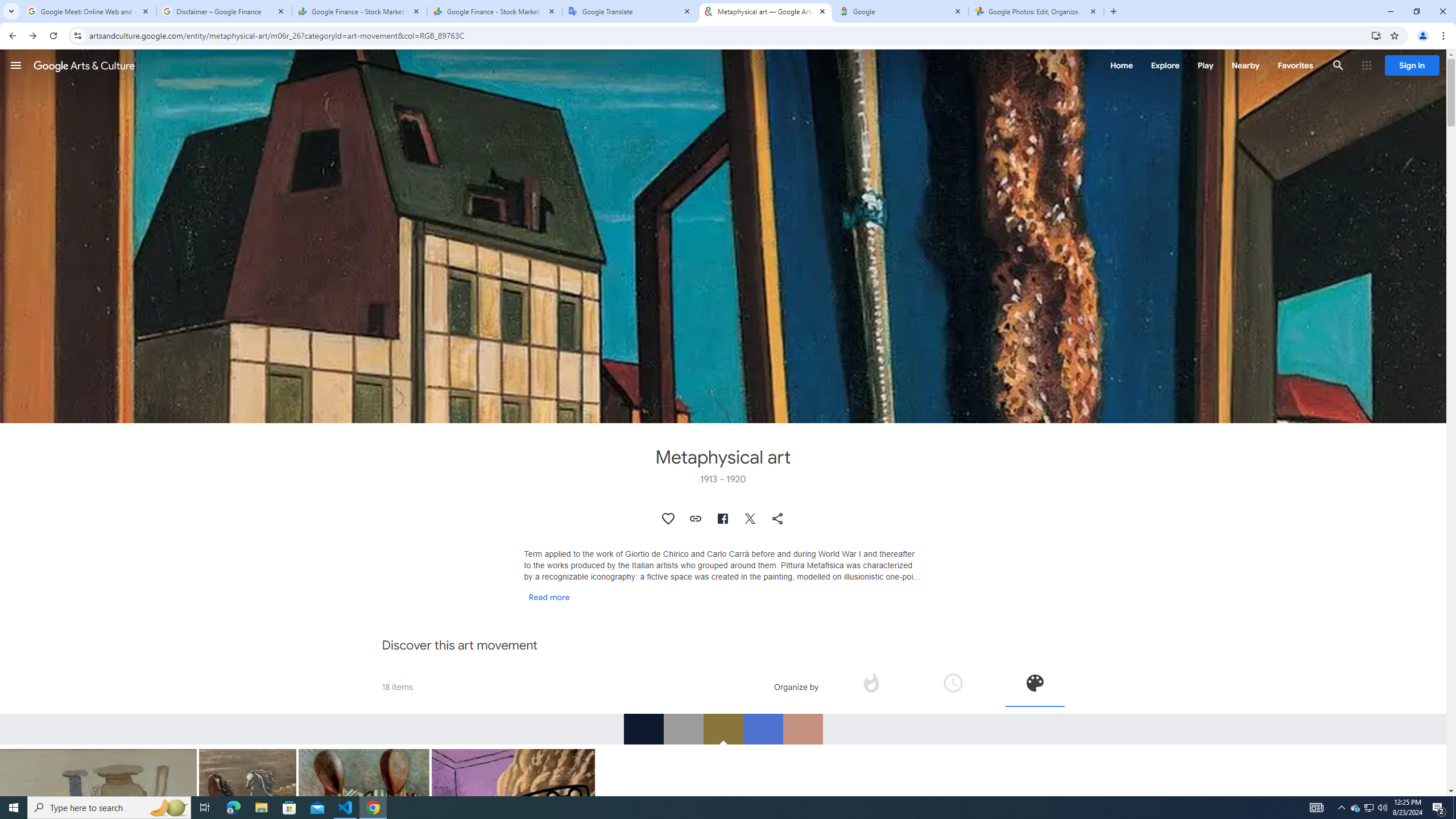 This screenshot has height=819, width=1456. Describe the element at coordinates (763, 728) in the screenshot. I see `'RGB_4D72D0'` at that location.